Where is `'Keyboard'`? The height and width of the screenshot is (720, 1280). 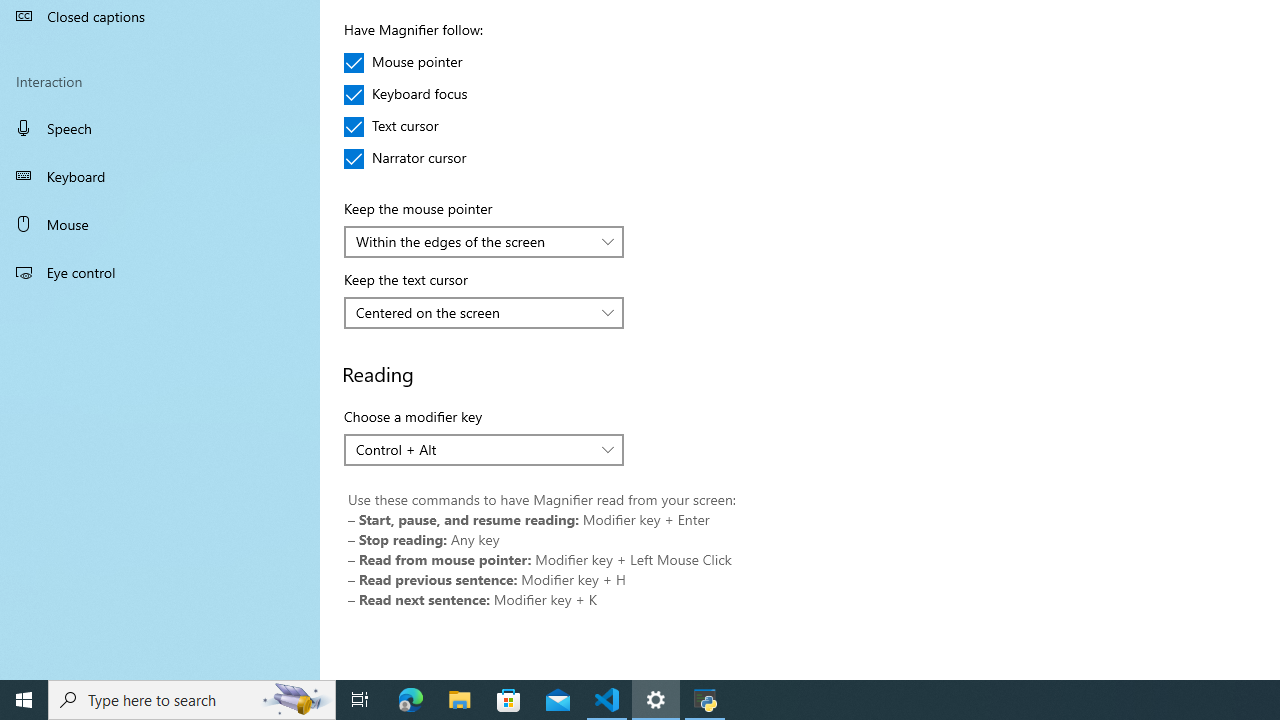 'Keyboard' is located at coordinates (160, 175).